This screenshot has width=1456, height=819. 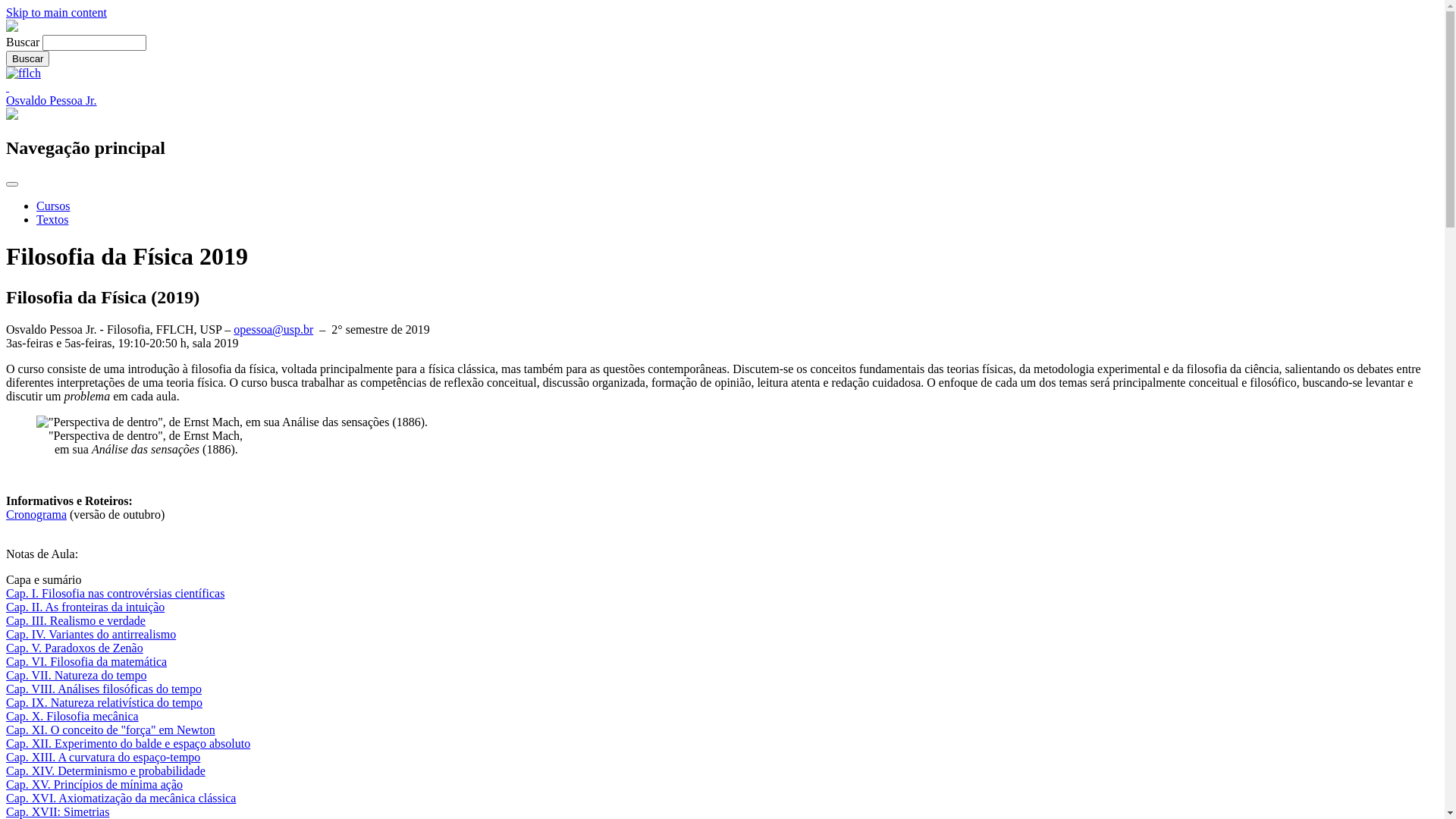 What do you see at coordinates (6, 674) in the screenshot?
I see `'Cap. VII. Natureza do tempo'` at bounding box center [6, 674].